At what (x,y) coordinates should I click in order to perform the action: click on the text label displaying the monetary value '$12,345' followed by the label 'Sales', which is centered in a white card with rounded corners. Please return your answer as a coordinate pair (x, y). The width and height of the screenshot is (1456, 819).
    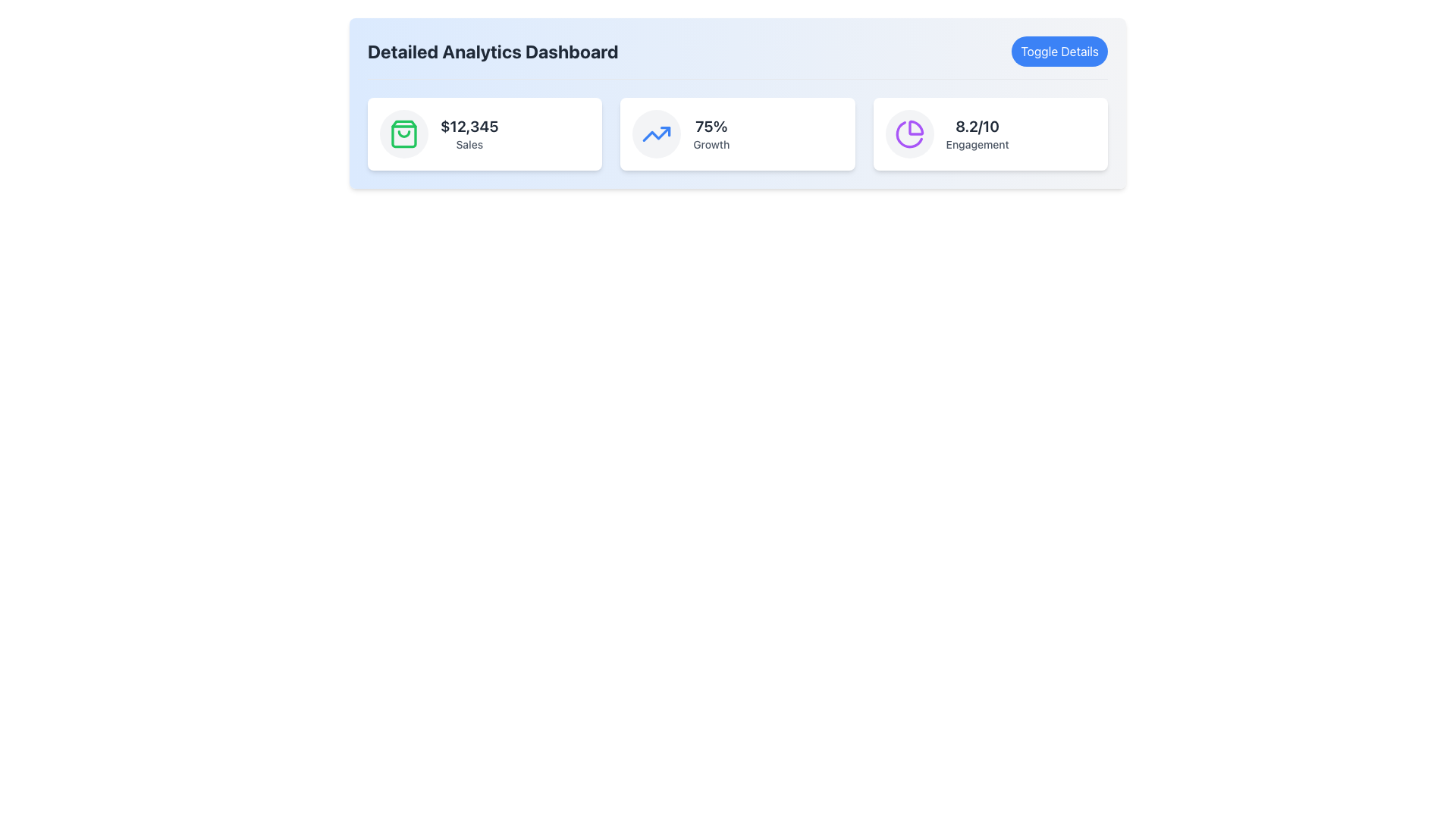
    Looking at the image, I should click on (469, 133).